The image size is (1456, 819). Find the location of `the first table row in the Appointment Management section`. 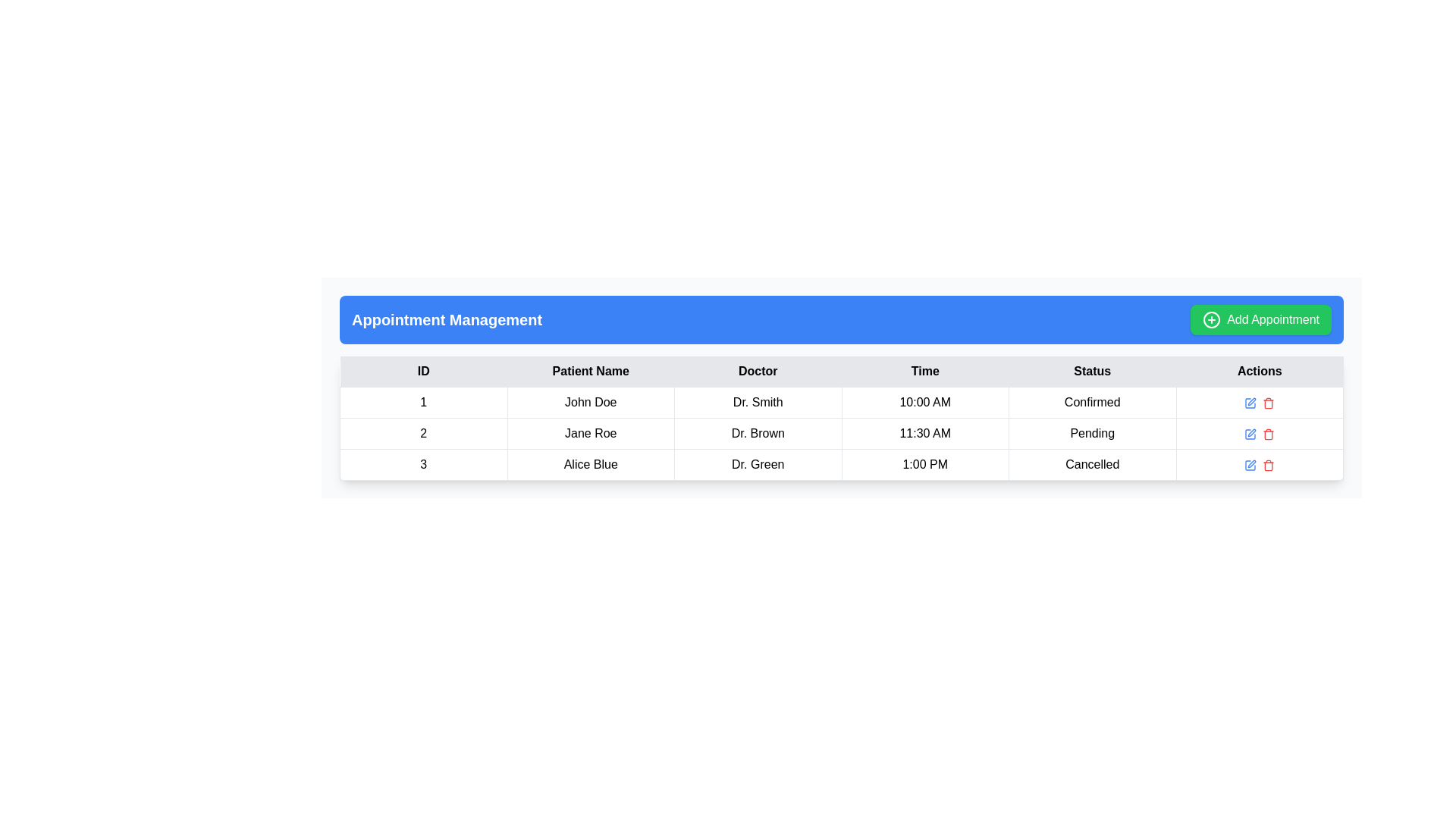

the first table row in the Appointment Management section is located at coordinates (840, 402).